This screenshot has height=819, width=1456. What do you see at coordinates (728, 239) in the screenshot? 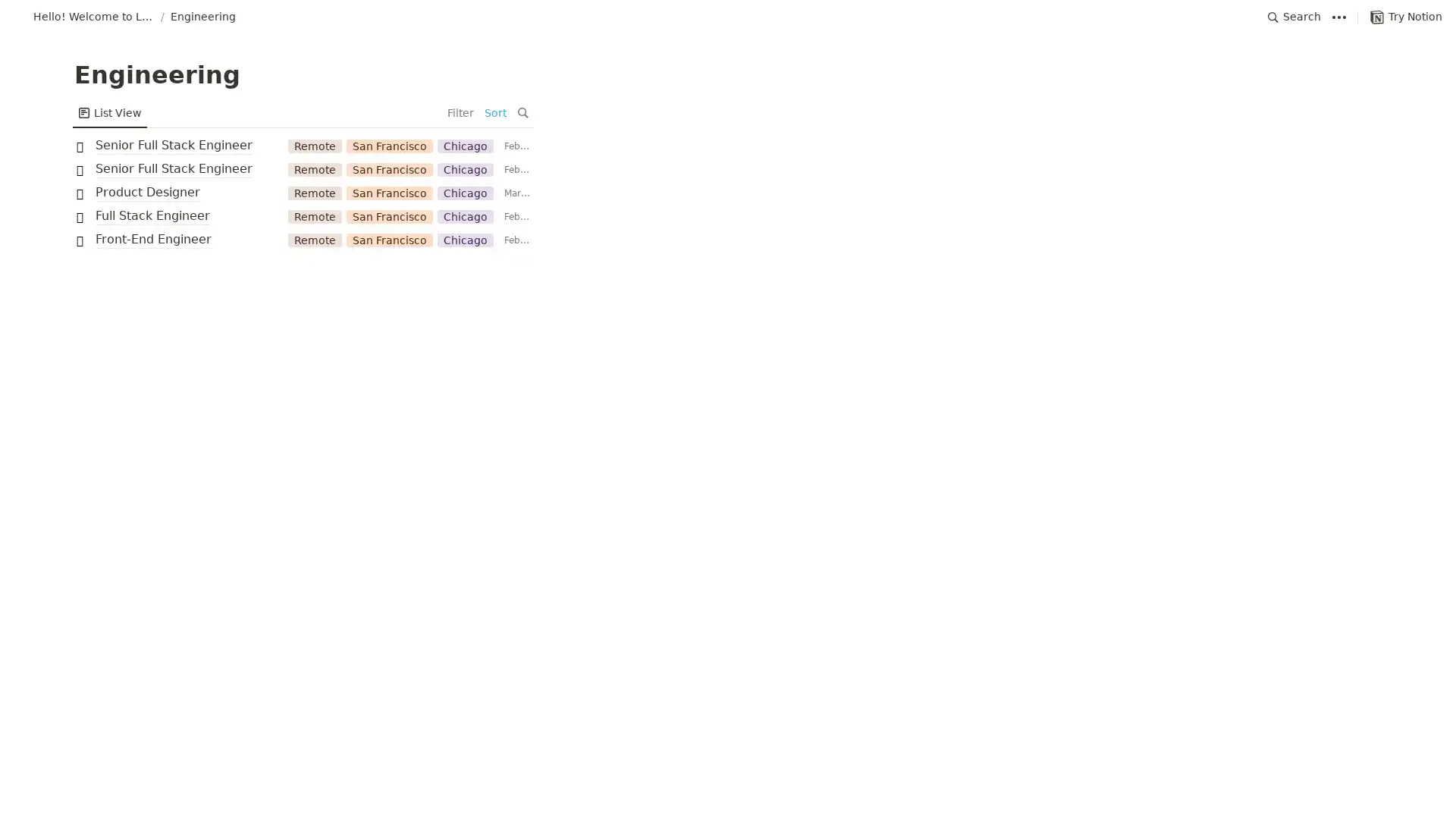
I see `Front-End Engineer Remote San Francisco Chicago February 26, 2022 2:52 PM` at bounding box center [728, 239].